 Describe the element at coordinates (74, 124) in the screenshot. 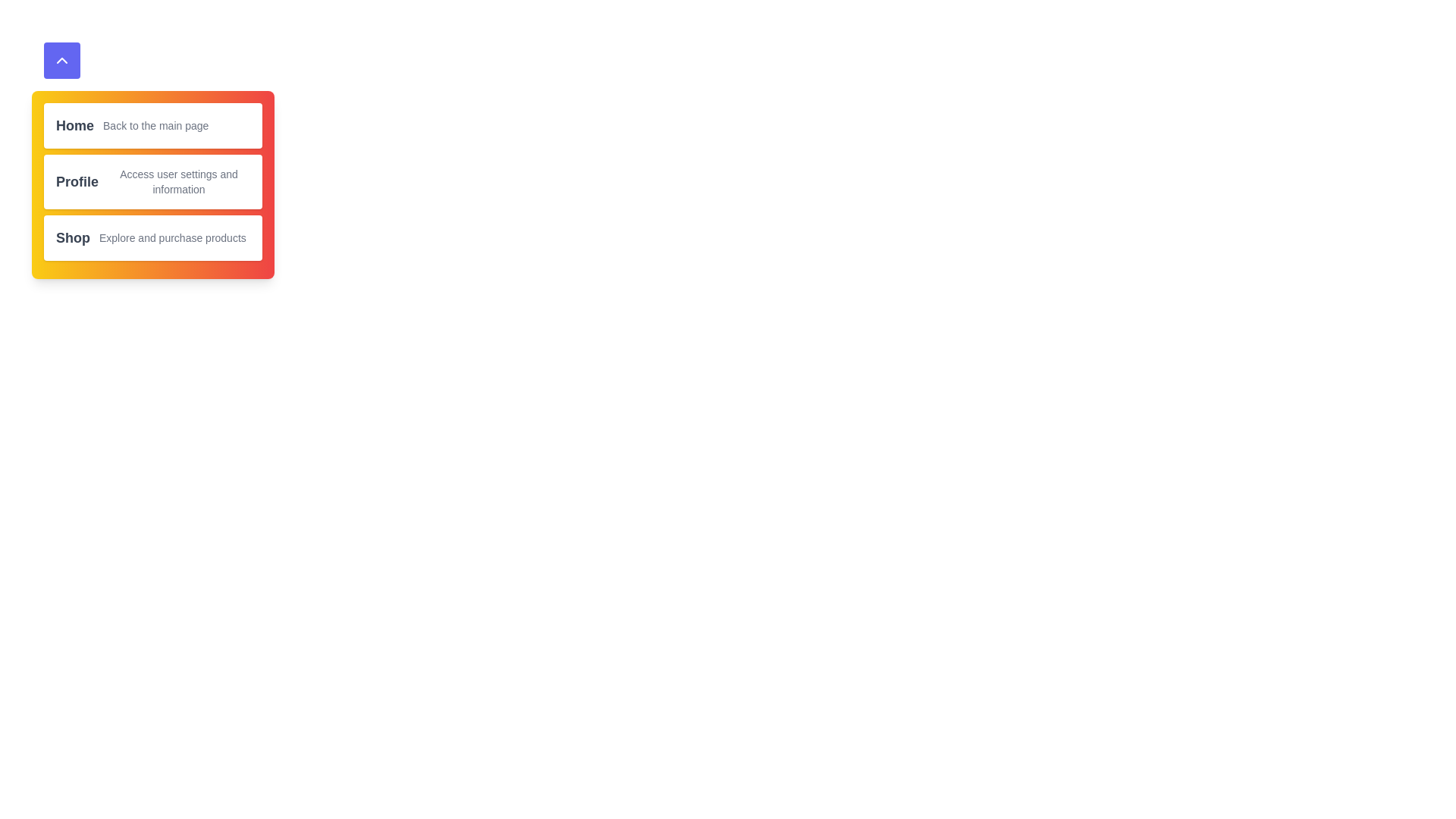

I see `the menu item labeled Home` at that location.